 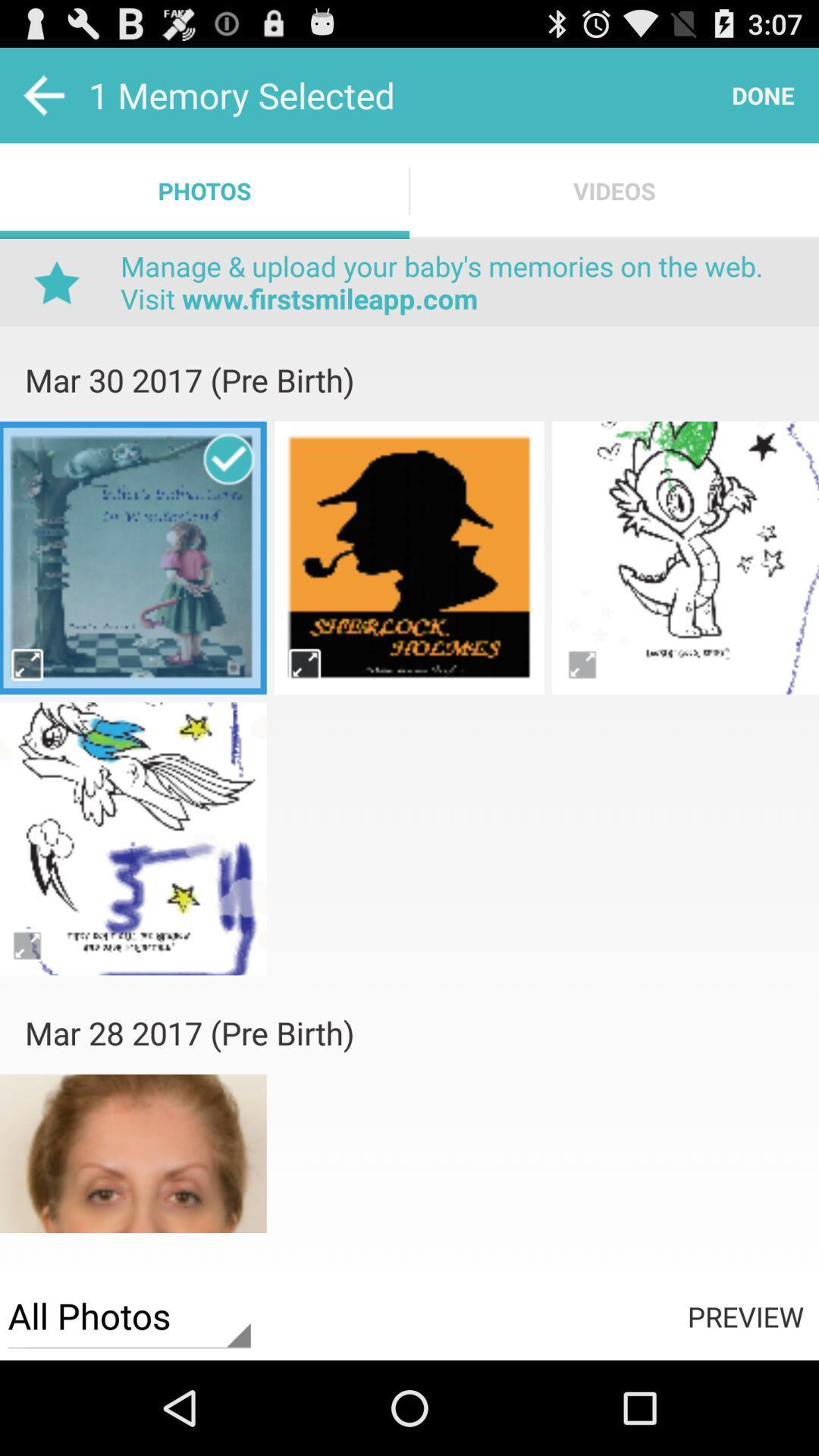 What do you see at coordinates (28, 944) in the screenshot?
I see `zoom in` at bounding box center [28, 944].